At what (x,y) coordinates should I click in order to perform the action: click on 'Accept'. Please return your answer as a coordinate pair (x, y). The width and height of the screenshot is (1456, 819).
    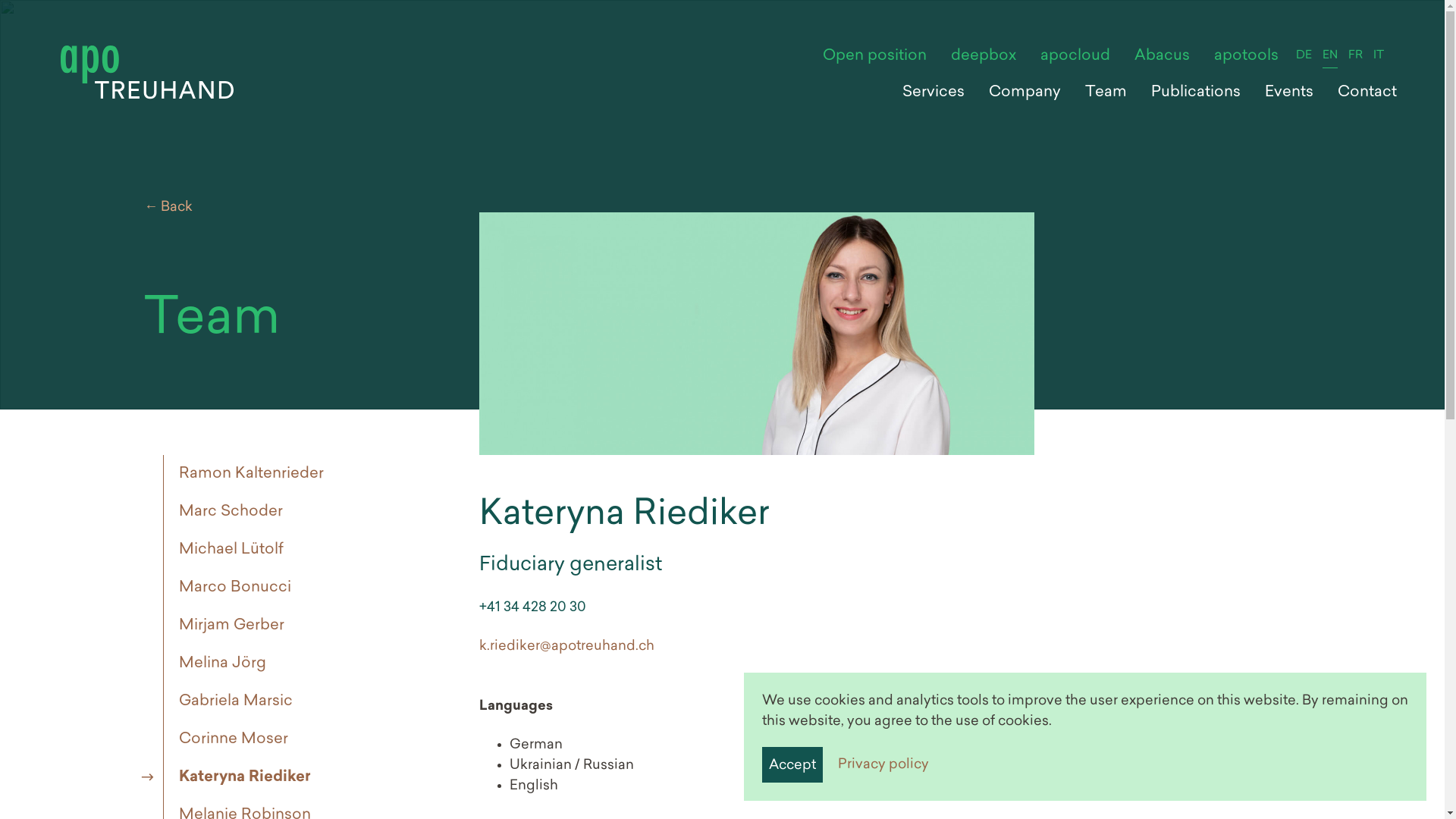
    Looking at the image, I should click on (792, 764).